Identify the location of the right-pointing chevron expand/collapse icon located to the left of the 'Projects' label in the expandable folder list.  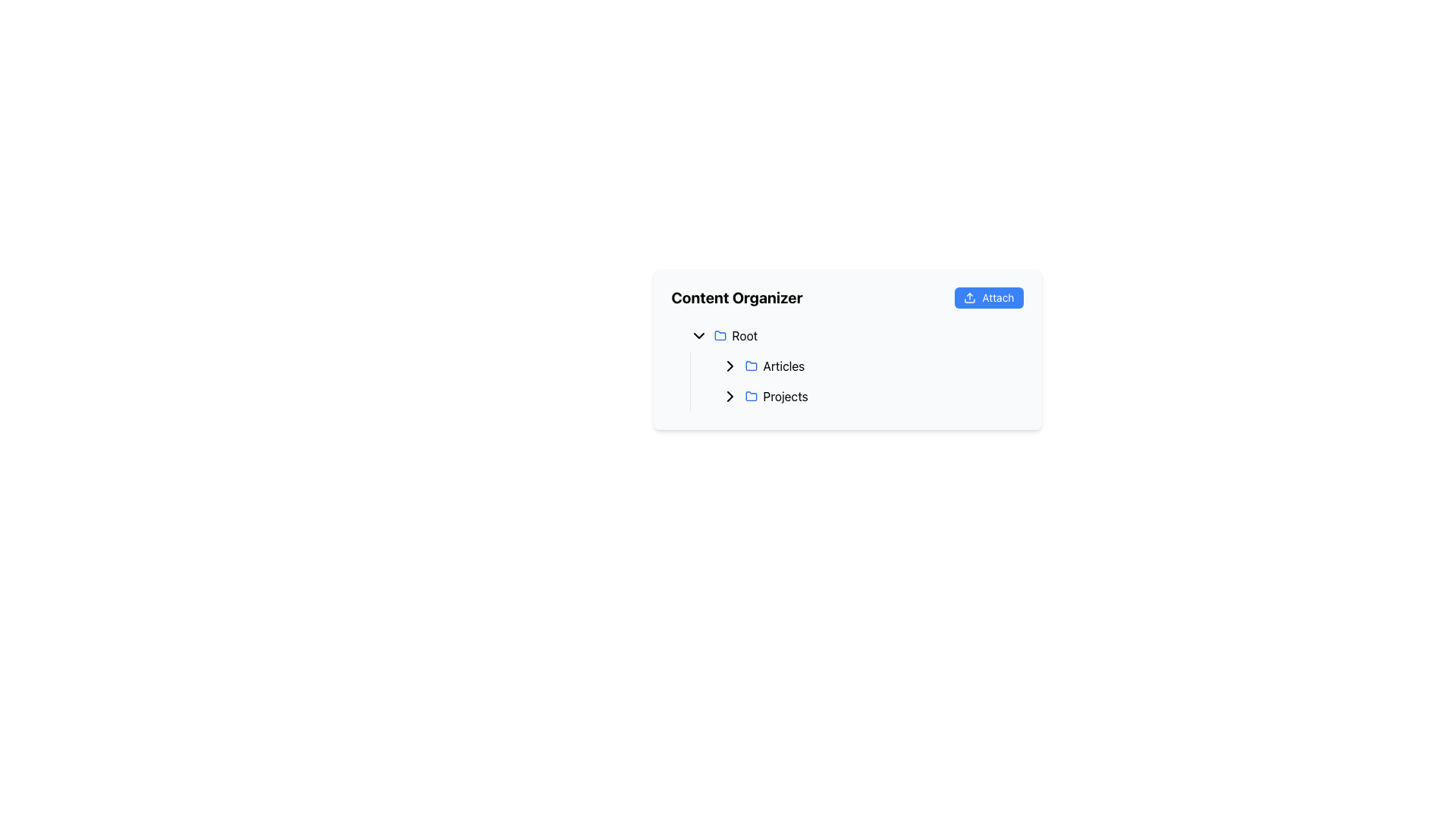
(730, 396).